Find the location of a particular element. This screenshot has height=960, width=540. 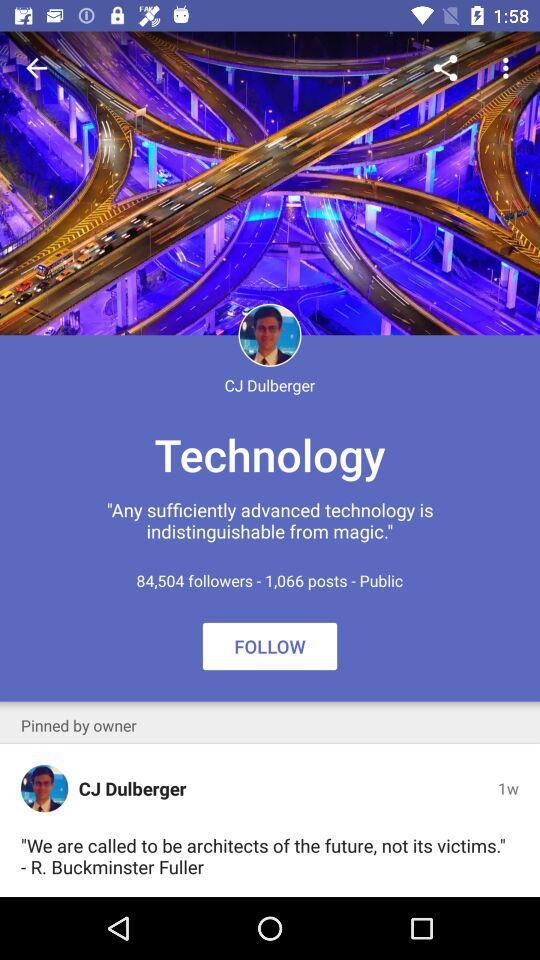

icon above the we are called icon is located at coordinates (270, 645).